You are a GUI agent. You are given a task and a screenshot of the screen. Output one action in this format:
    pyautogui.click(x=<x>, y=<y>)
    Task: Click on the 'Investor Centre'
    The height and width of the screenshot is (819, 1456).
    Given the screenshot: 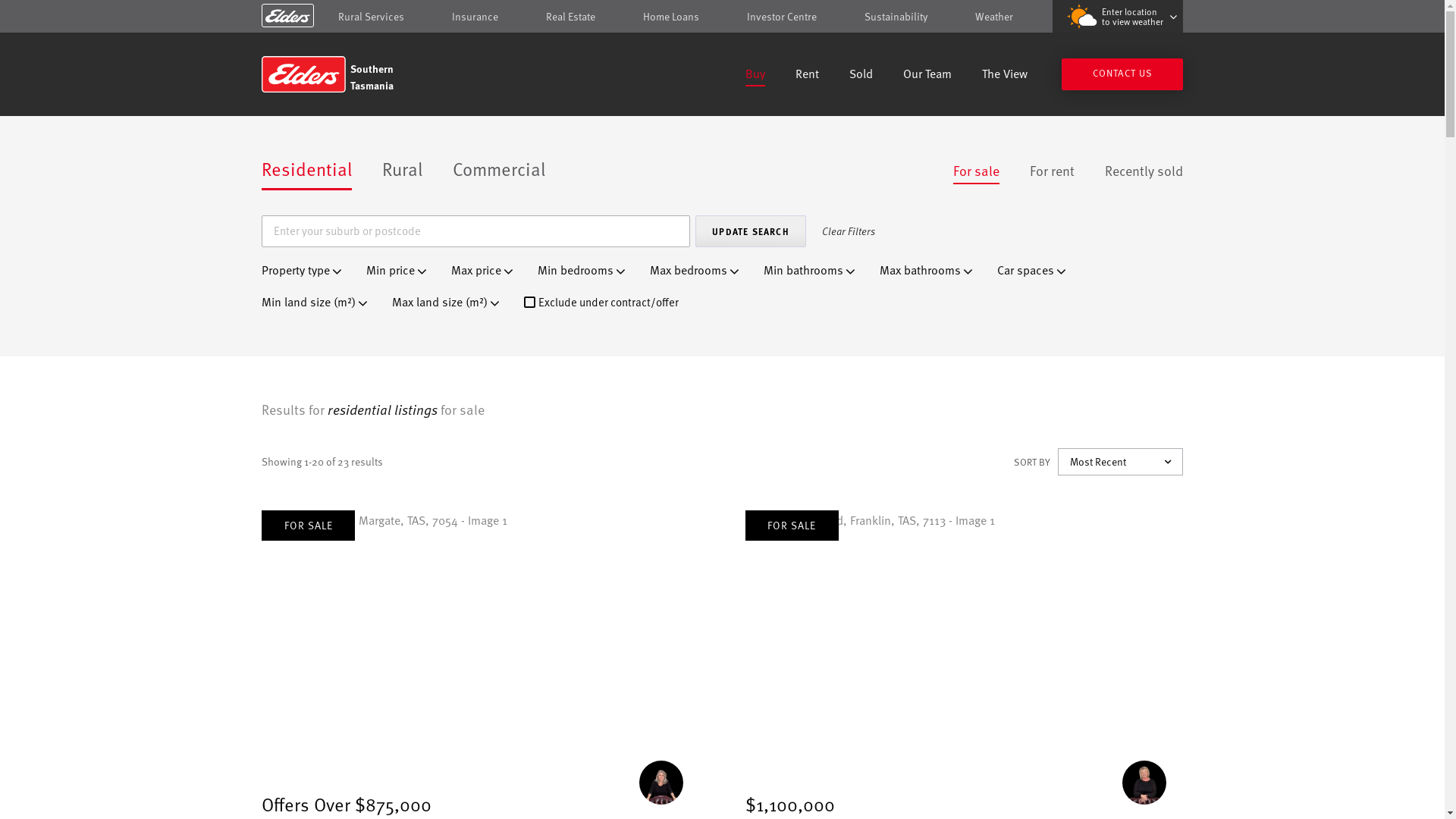 What is the action you would take?
    pyautogui.click(x=782, y=16)
    